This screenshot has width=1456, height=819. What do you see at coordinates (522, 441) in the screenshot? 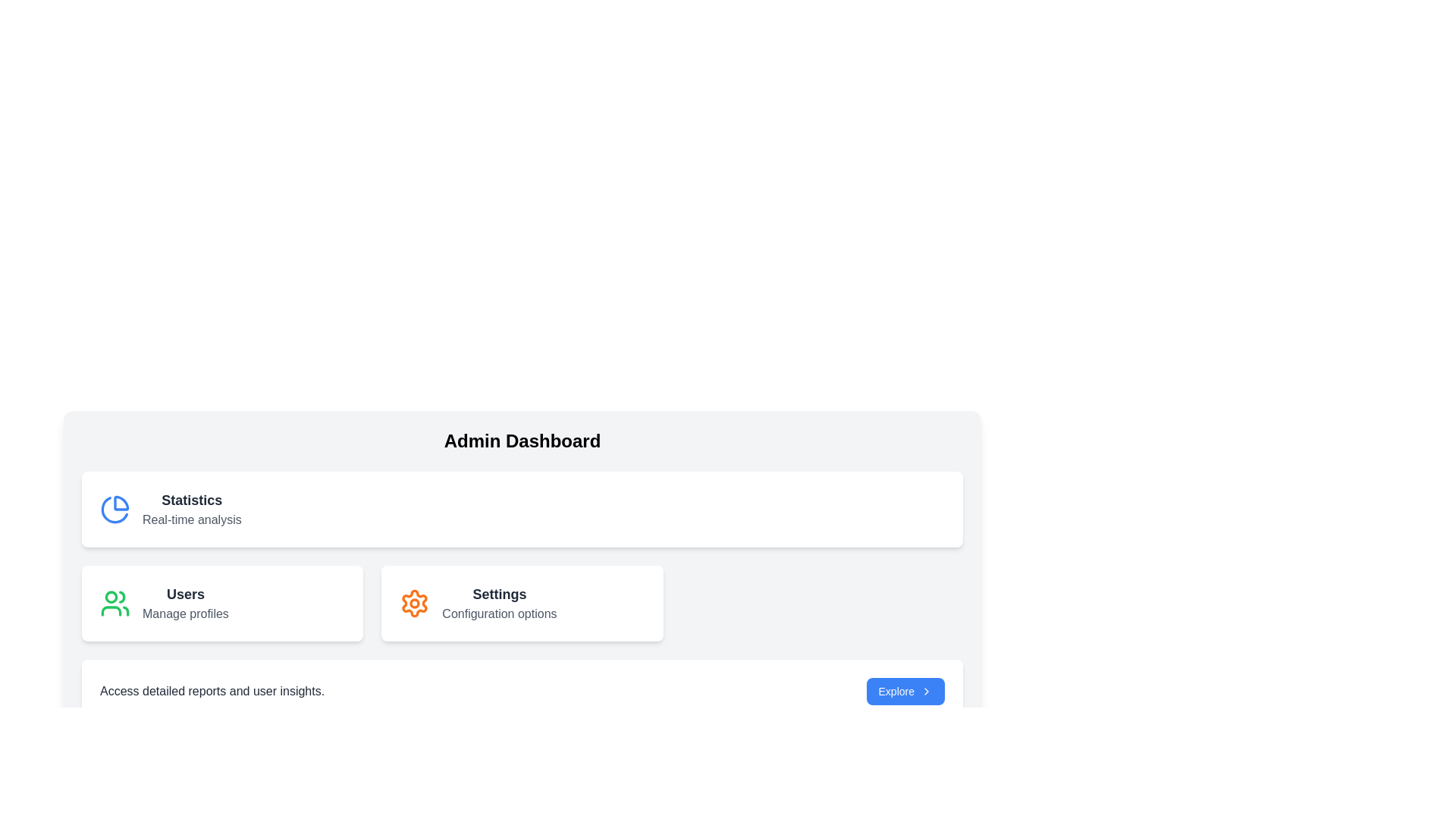
I see `the 'Admin Dashboard' header text element, which is a bold and large text in black color, positioned at the top of a card-like section` at bounding box center [522, 441].